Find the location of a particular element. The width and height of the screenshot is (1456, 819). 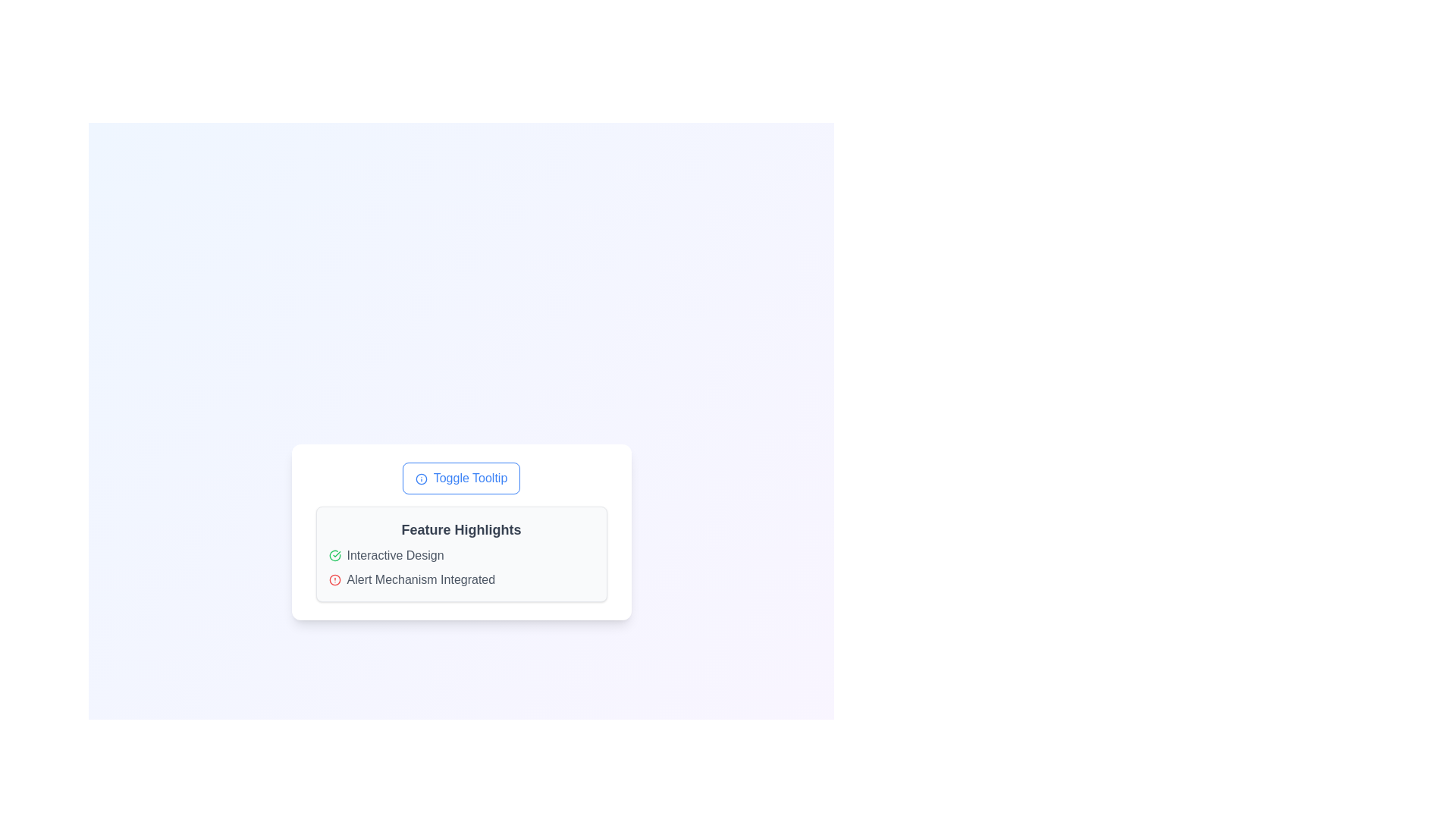

the red circular icon with an alert symbol located in the second row of the 'Feature Highlights' list, to the left of the 'Alert Mechanism Integrated' text is located at coordinates (334, 579).